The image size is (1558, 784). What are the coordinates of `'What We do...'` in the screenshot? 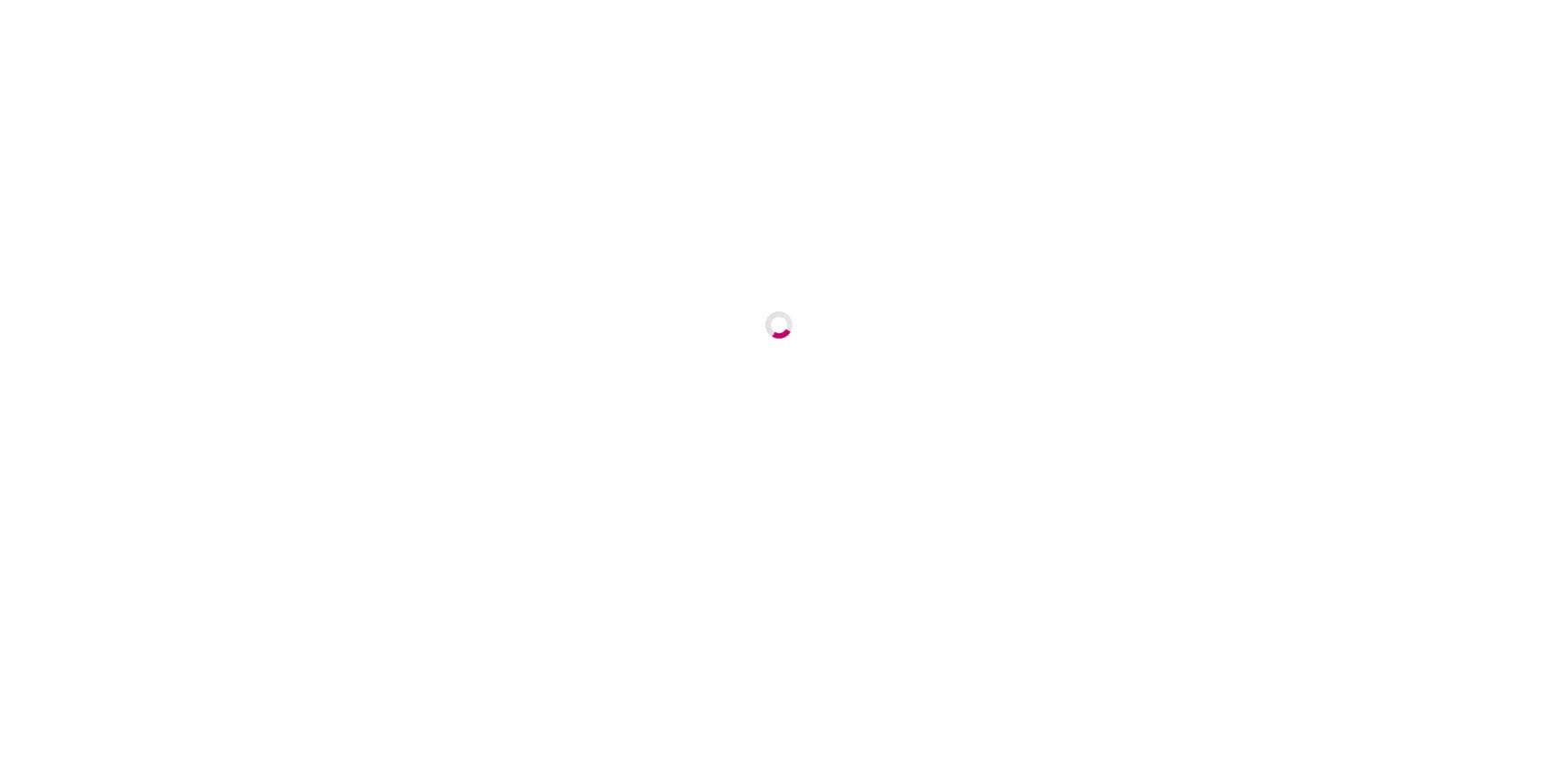 It's located at (791, 667).